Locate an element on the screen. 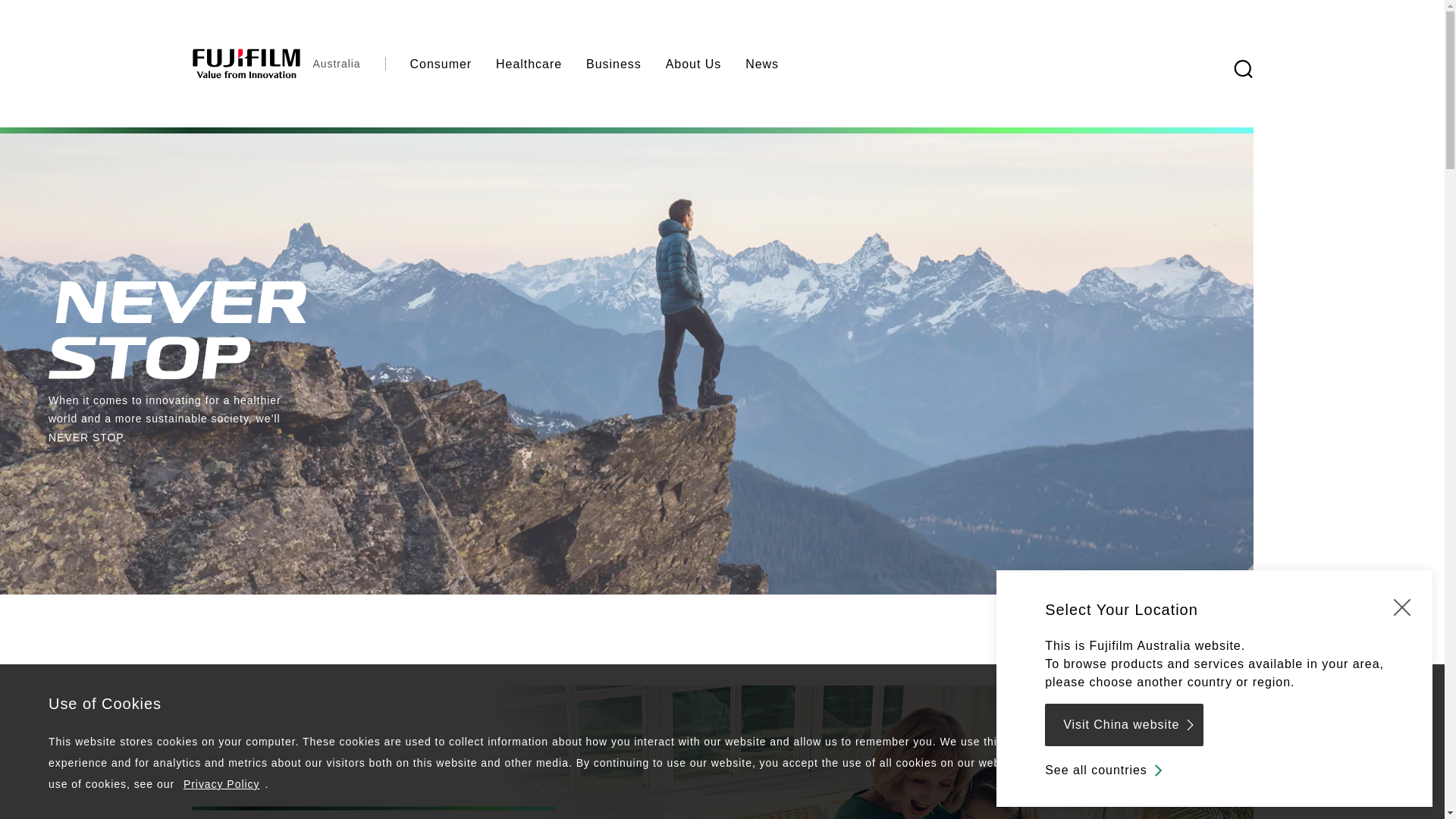  'About Us' is located at coordinates (654, 63).